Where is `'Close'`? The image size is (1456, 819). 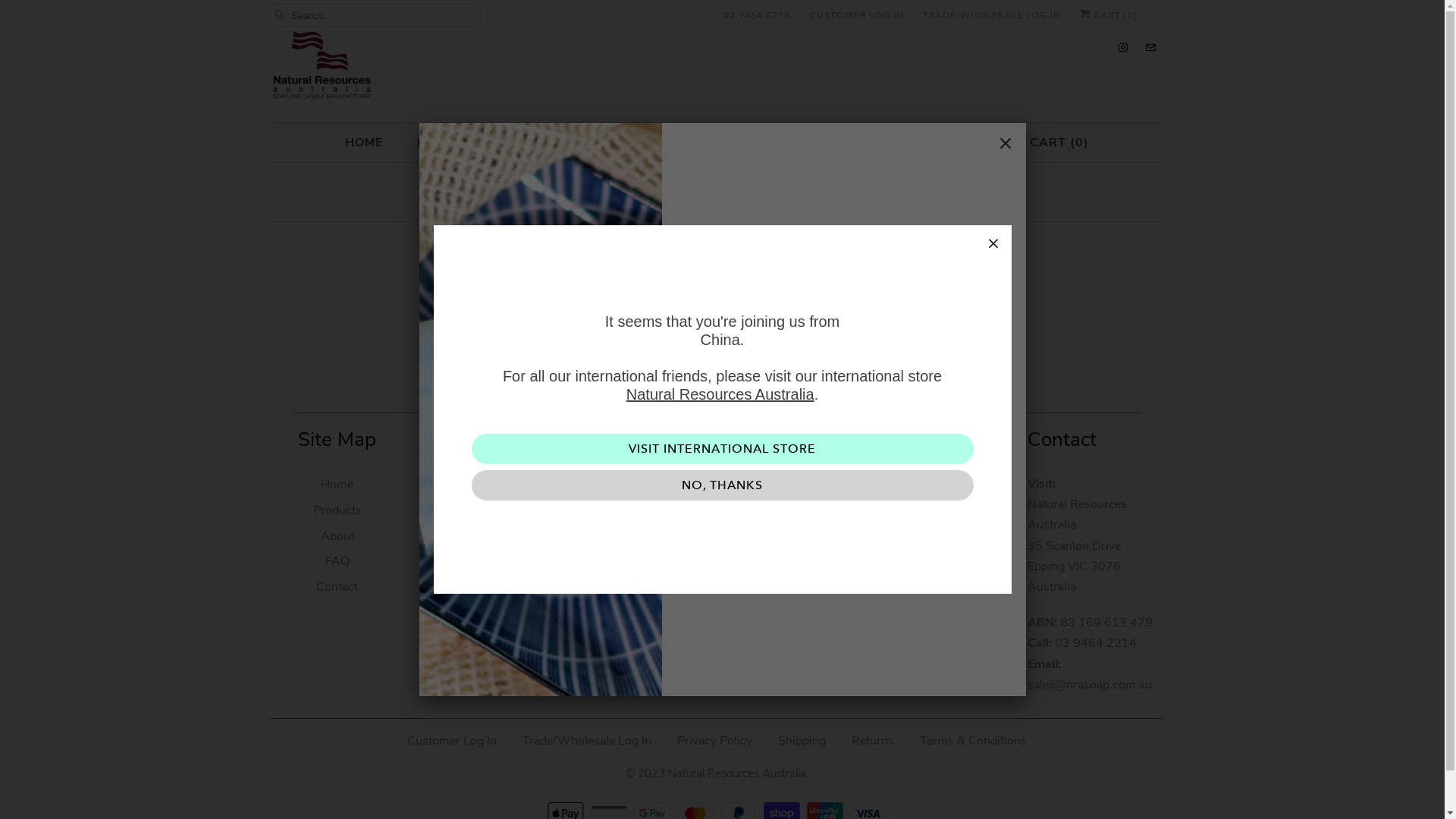 'Close' is located at coordinates (989, 143).